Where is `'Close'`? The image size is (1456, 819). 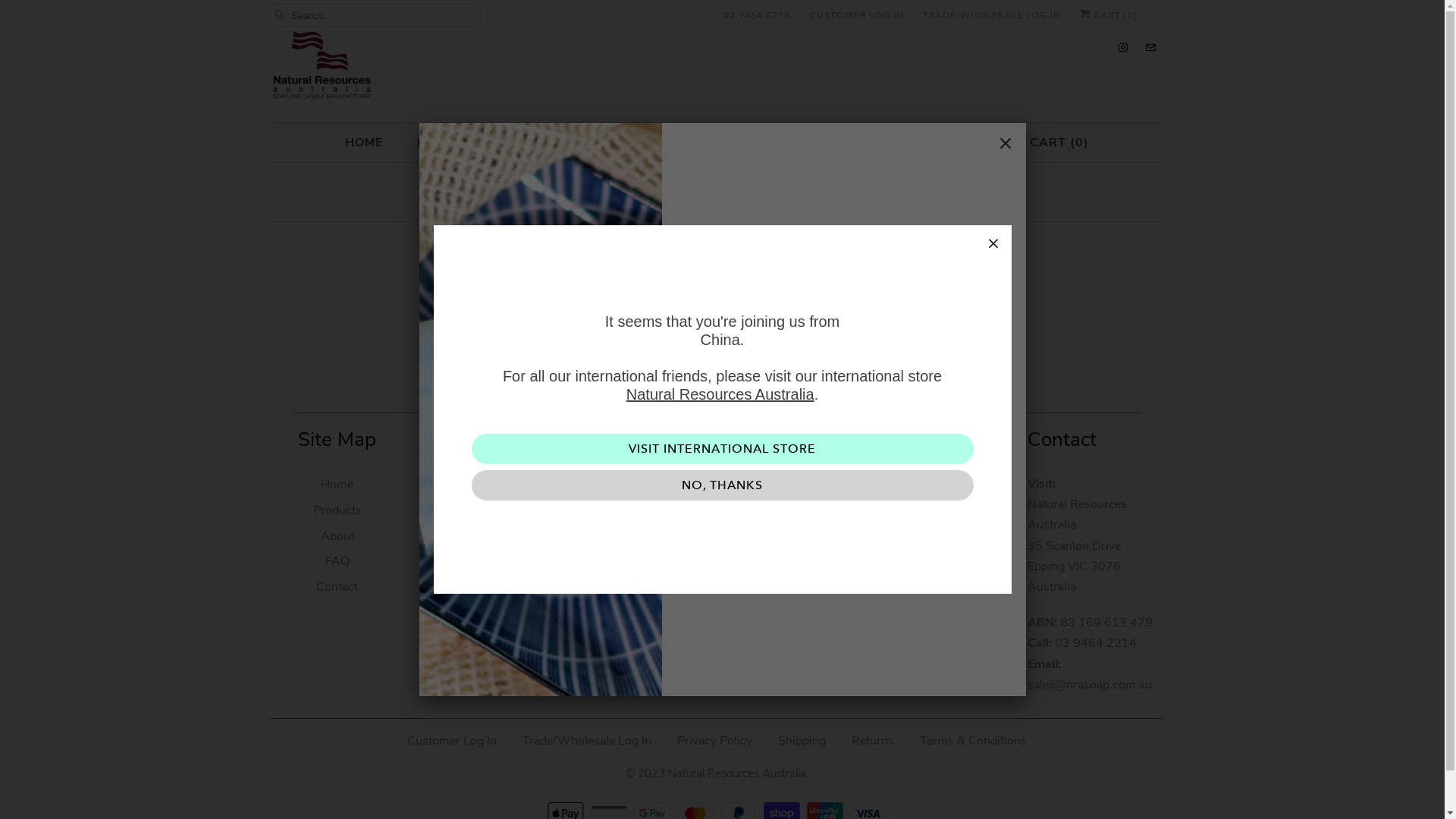 'Close' is located at coordinates (989, 143).